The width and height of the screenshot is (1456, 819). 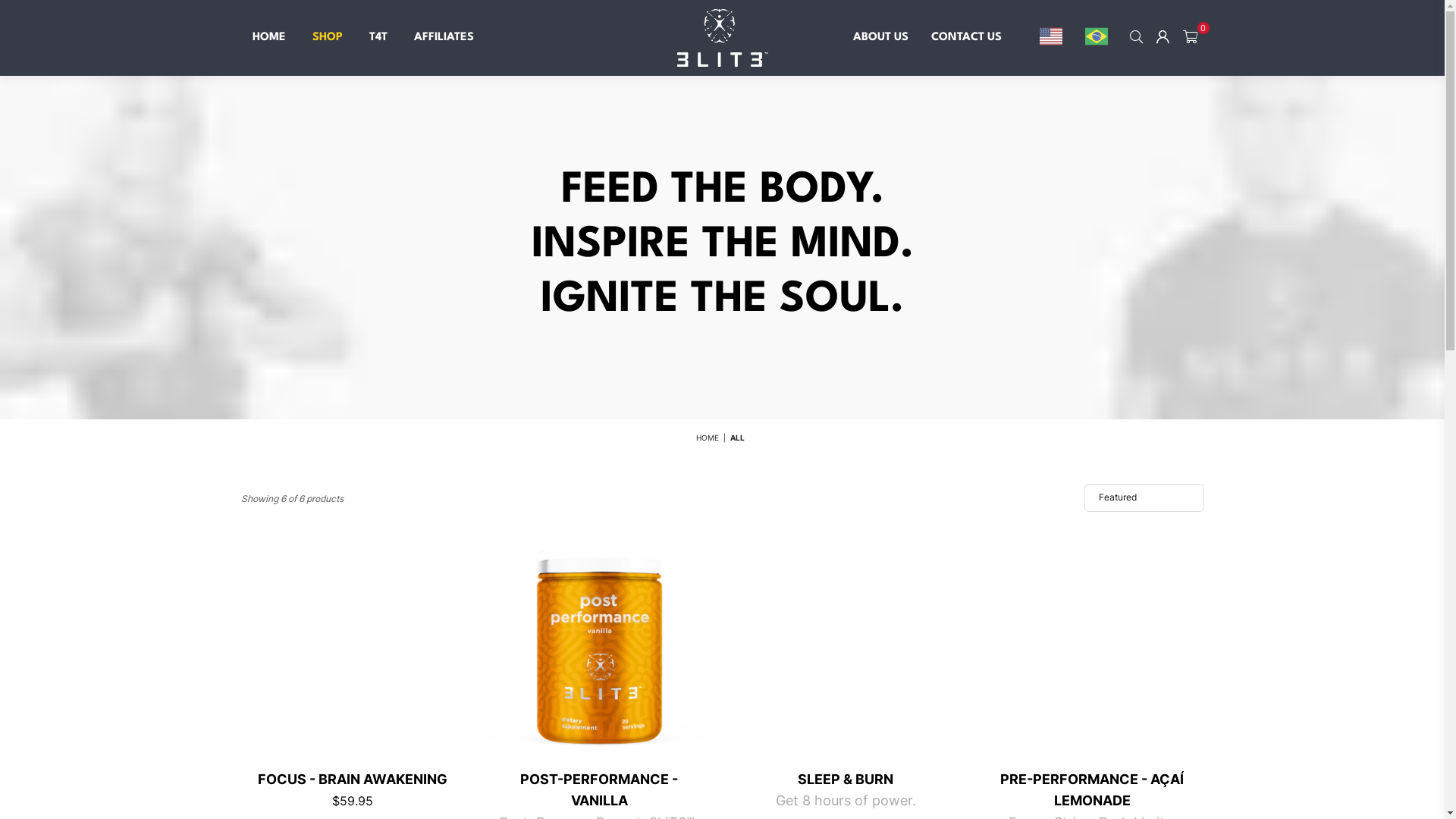 I want to click on 'FOCUS - BRAIN AWAKENING', so click(x=258, y=779).